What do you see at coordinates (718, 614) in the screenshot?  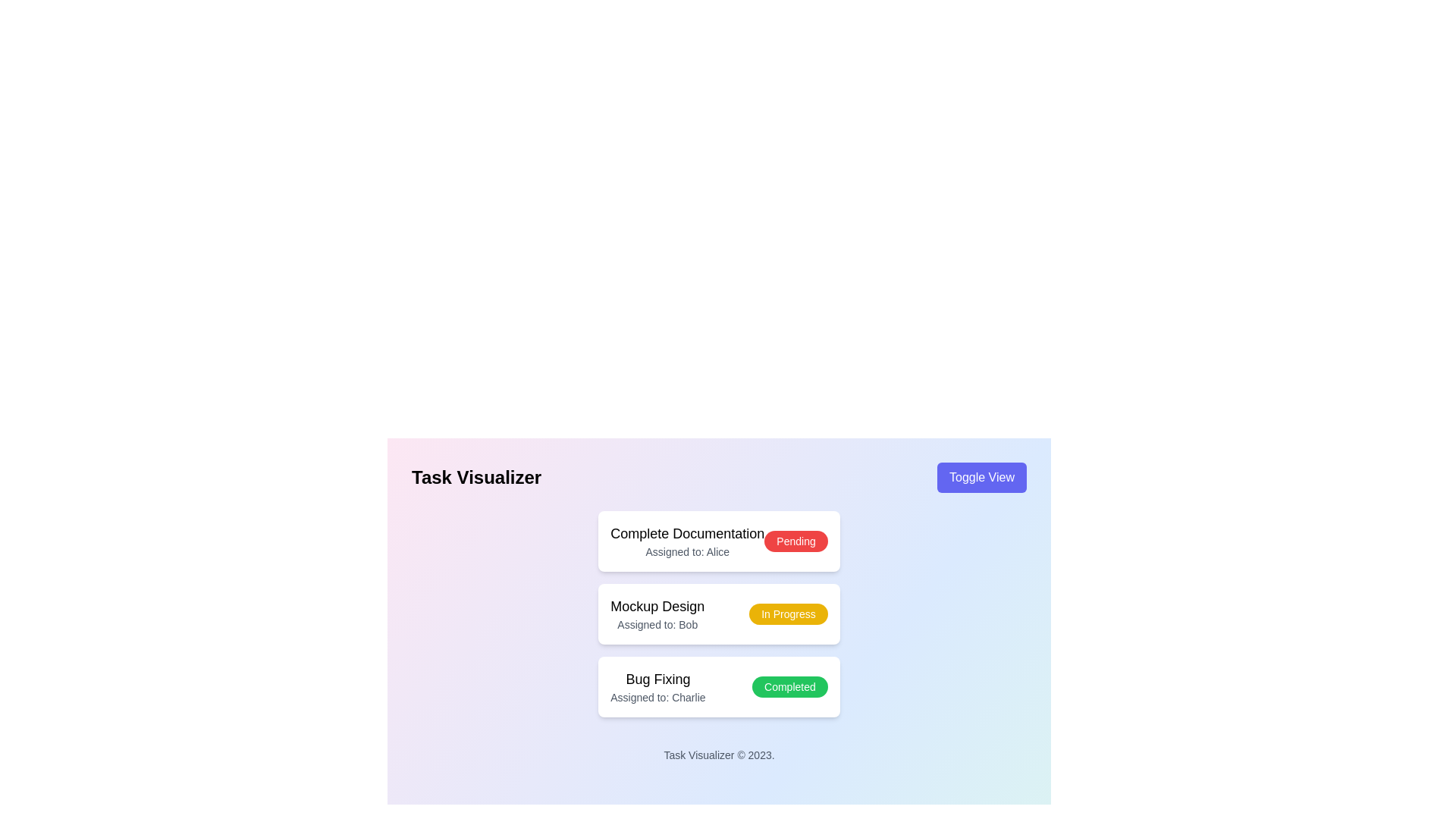 I see `task details from the card component titled 'Mockup Design' assigned to 'Bob' with the status 'In Progress'` at bounding box center [718, 614].